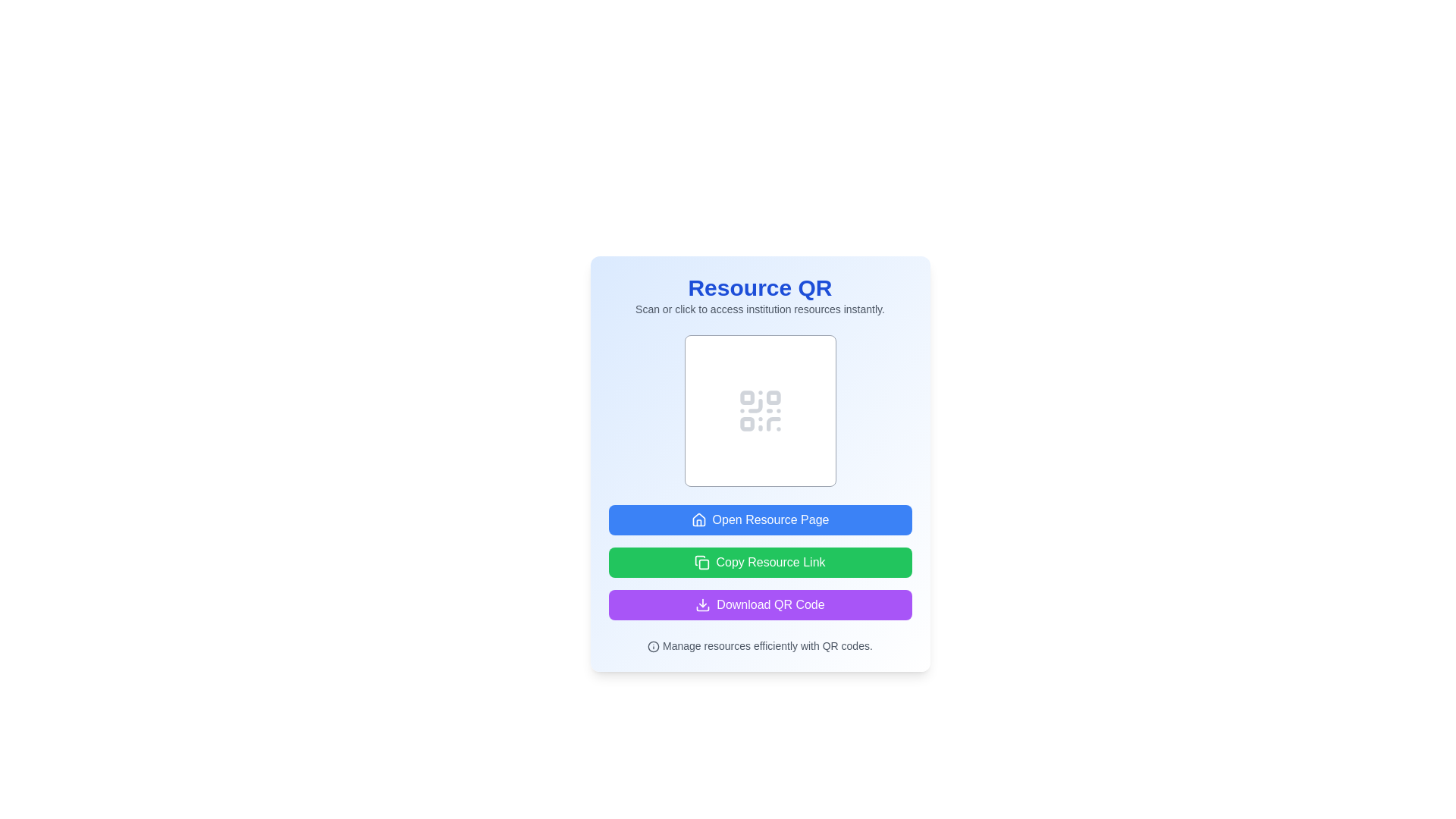  What do you see at coordinates (770, 562) in the screenshot?
I see `the 'Copy Resource Link' button which is a green rectangular button with rounded corners displaying white text and a copy icon on the left` at bounding box center [770, 562].